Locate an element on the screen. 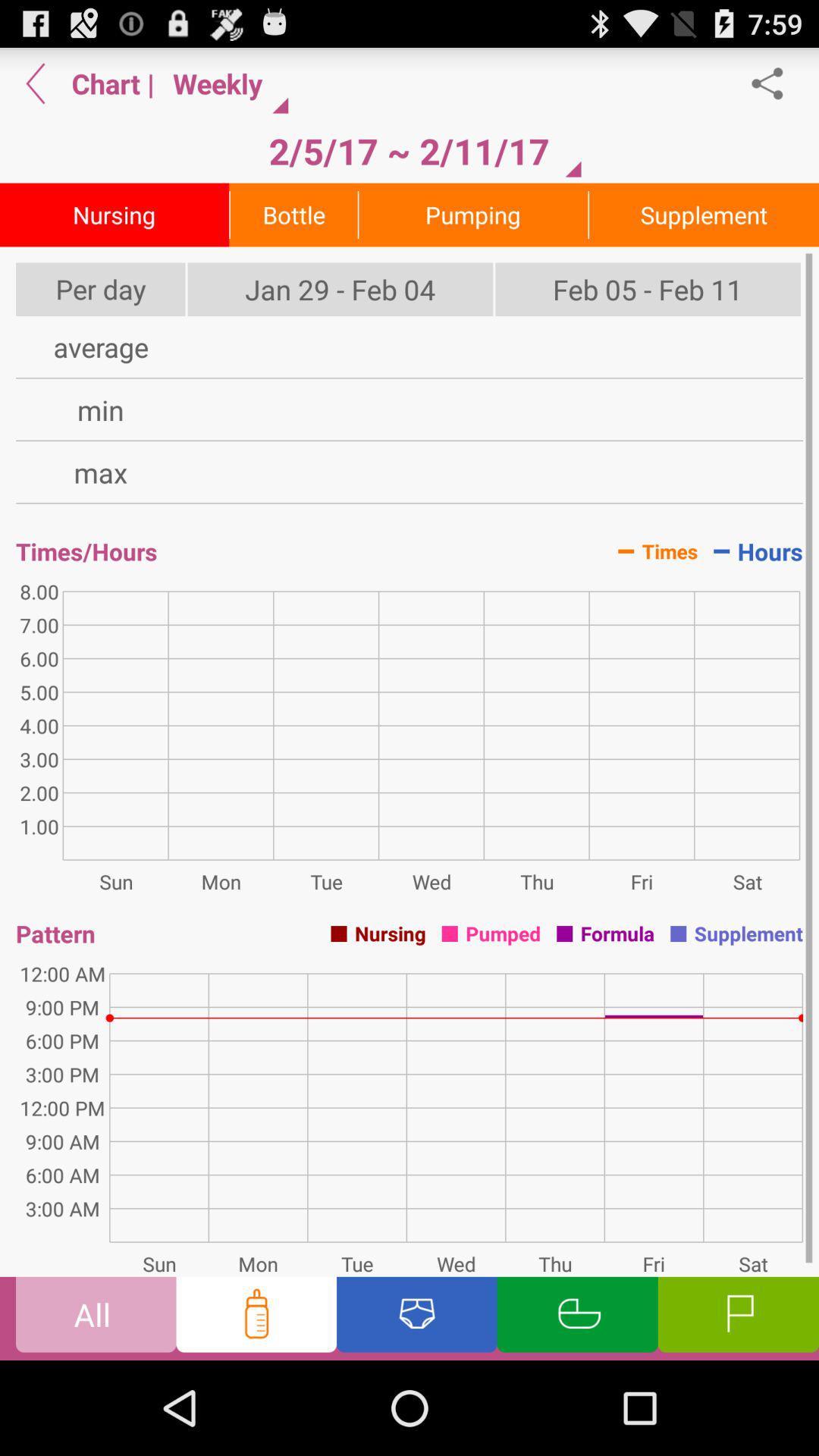 Image resolution: width=819 pixels, height=1456 pixels. the share icon is located at coordinates (775, 89).